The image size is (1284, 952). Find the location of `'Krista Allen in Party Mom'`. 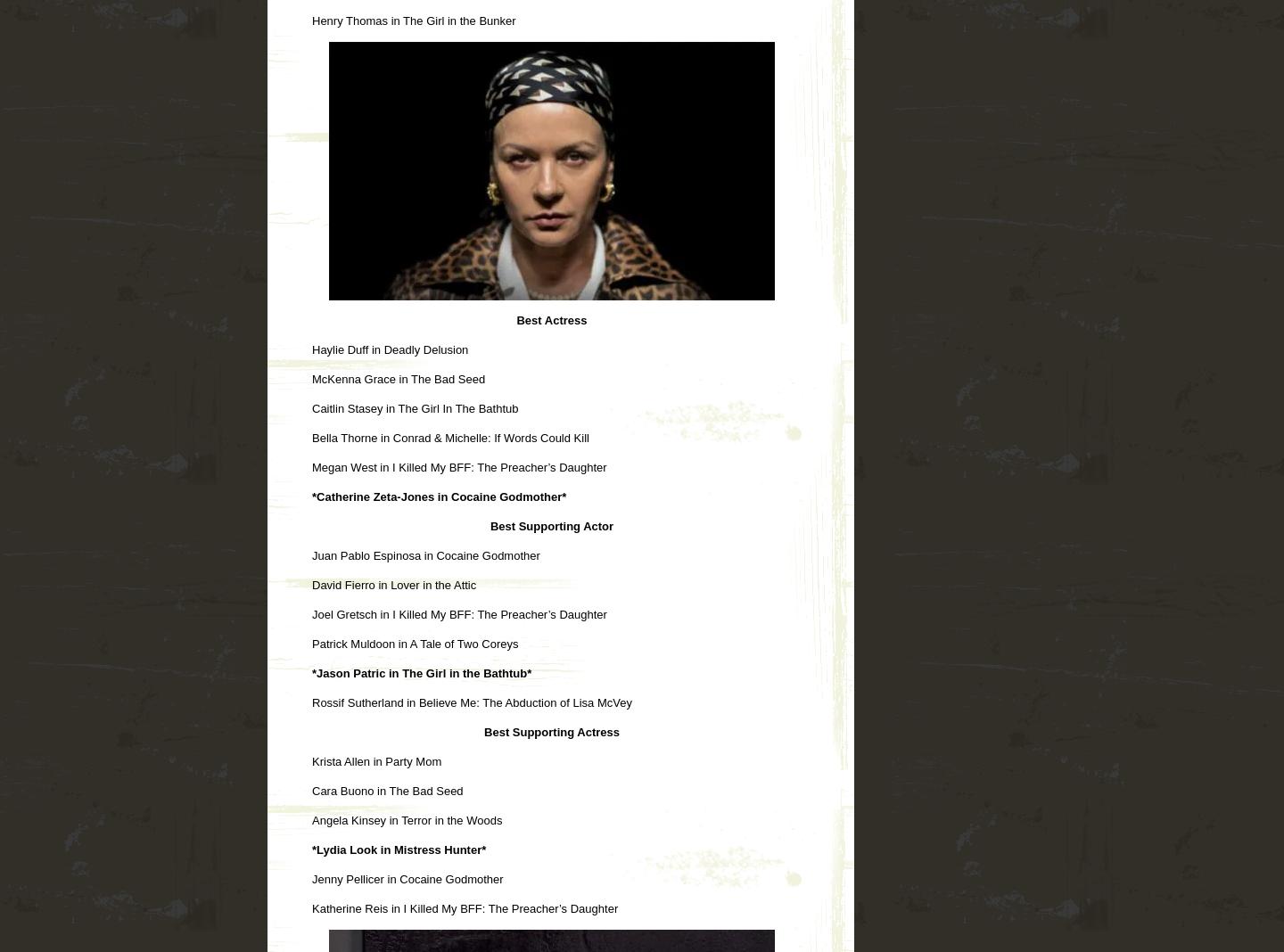

'Krista Allen in Party Mom' is located at coordinates (312, 759).